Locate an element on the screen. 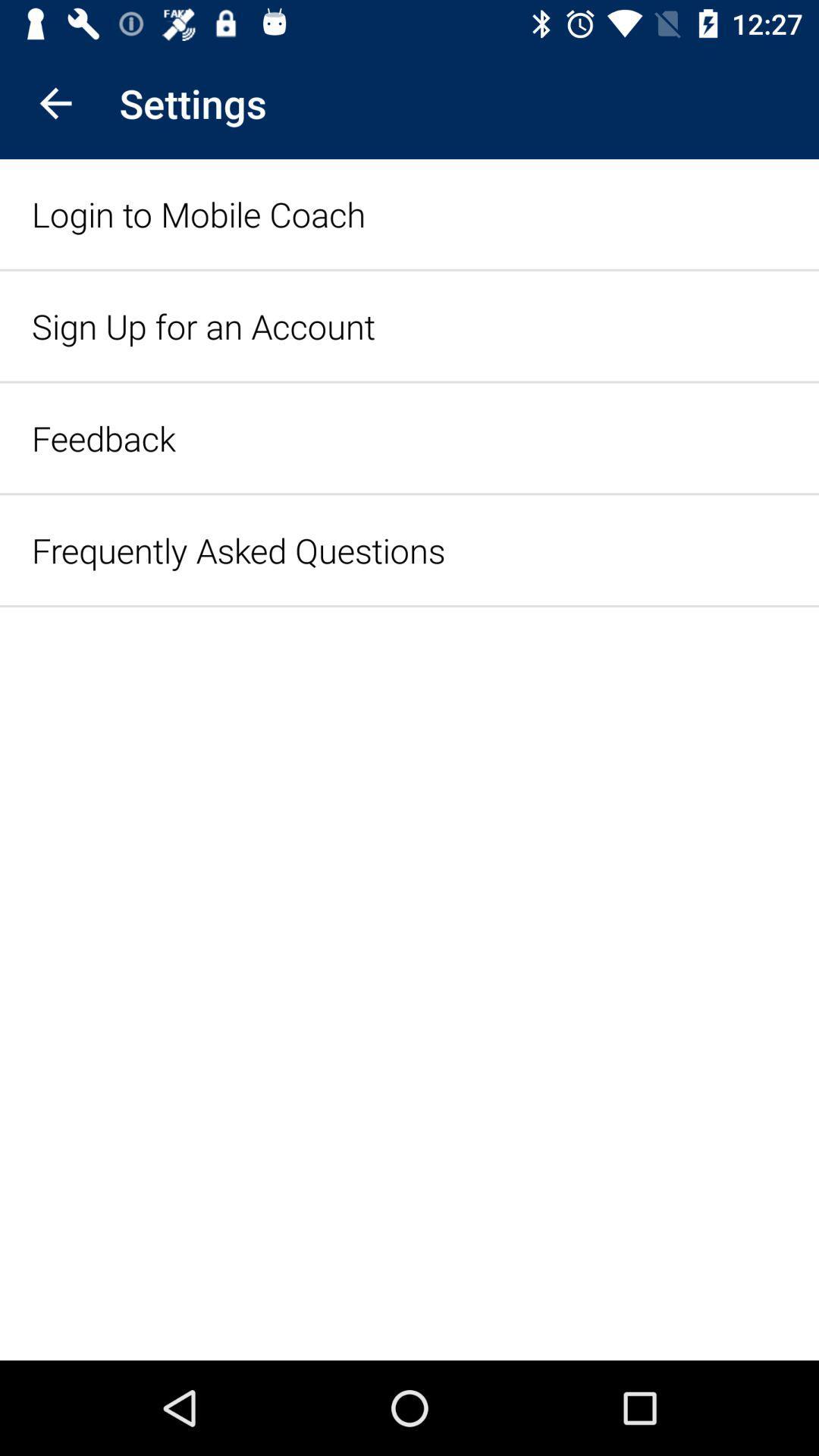 The height and width of the screenshot is (1456, 819). the sign up for icon is located at coordinates (202, 325).